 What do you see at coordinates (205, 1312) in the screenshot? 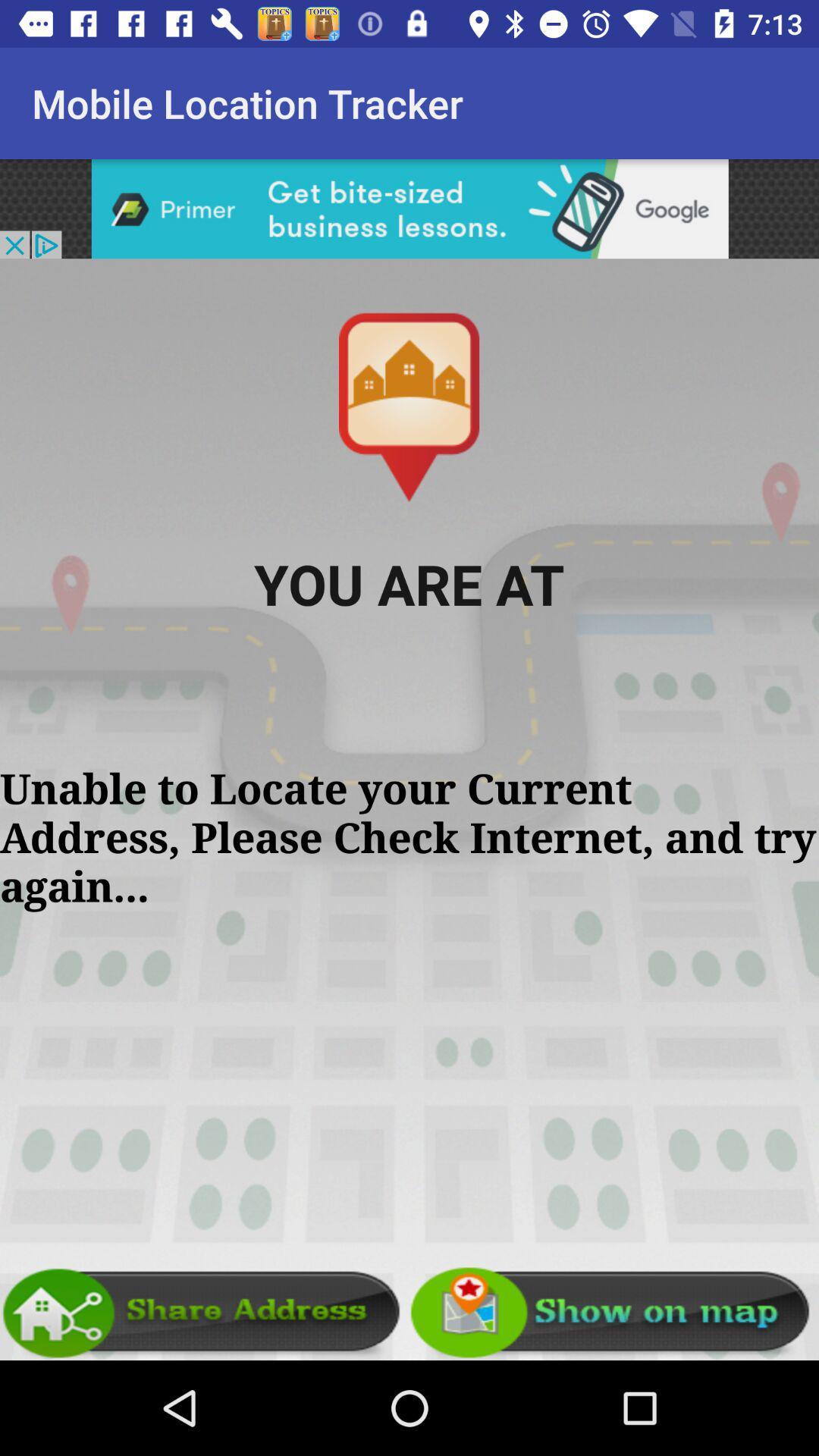
I see `the share address` at bounding box center [205, 1312].